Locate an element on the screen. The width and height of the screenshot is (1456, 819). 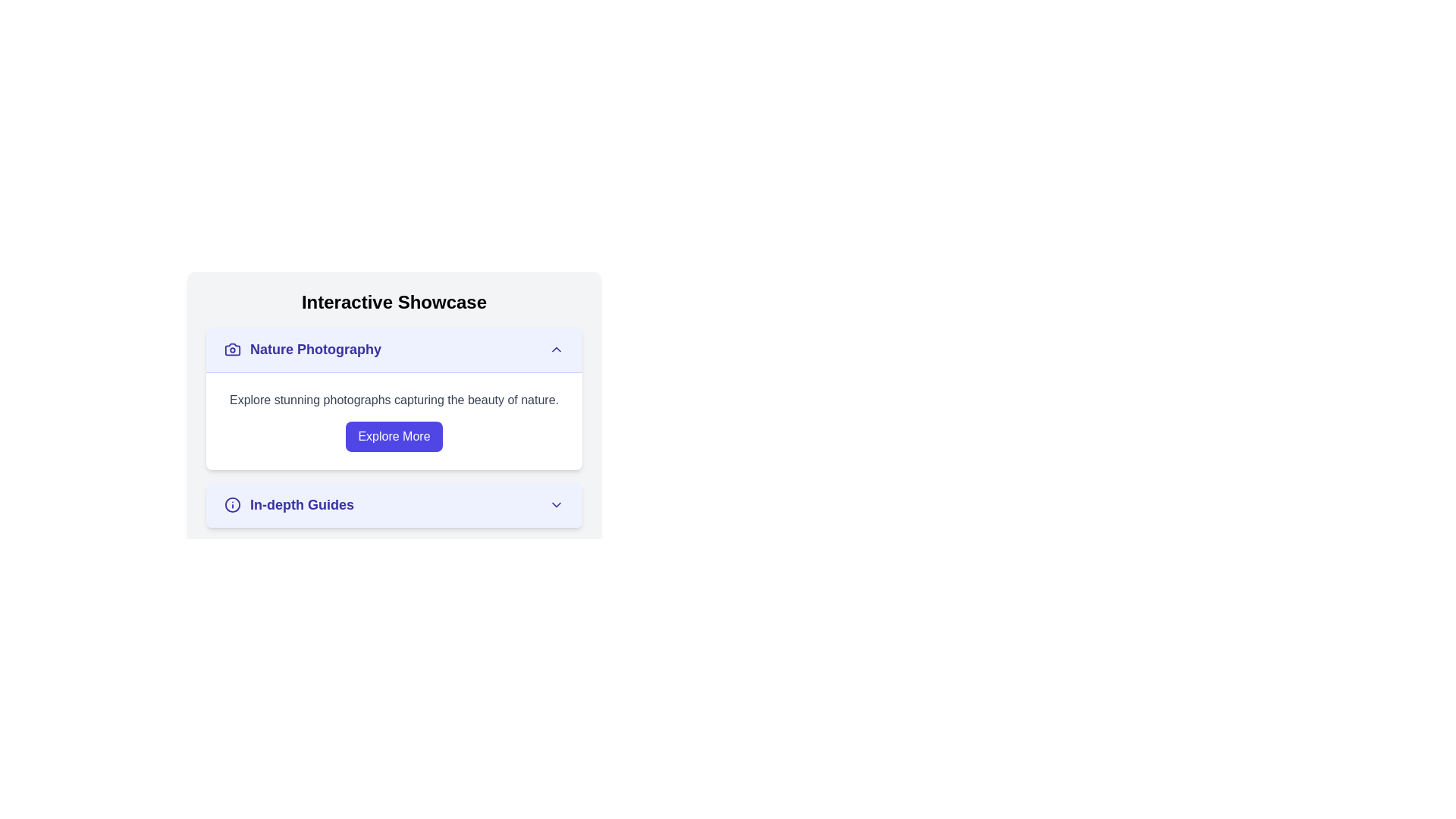
the text label displaying 'Explore stunning photographs capturing the beauty of nature.' which is located in the 'Nature Photography' section above the 'Explore More' button is located at coordinates (394, 400).